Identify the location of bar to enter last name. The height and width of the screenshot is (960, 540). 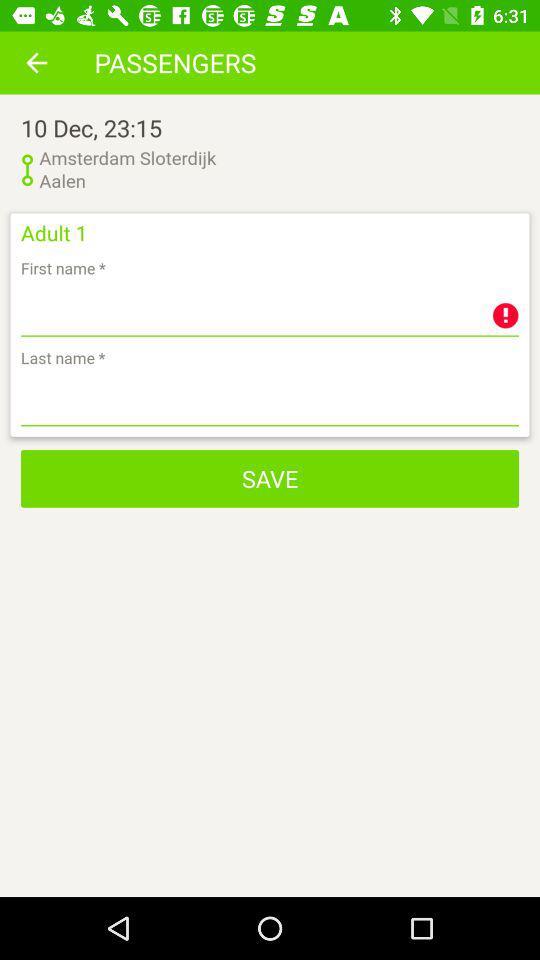
(270, 399).